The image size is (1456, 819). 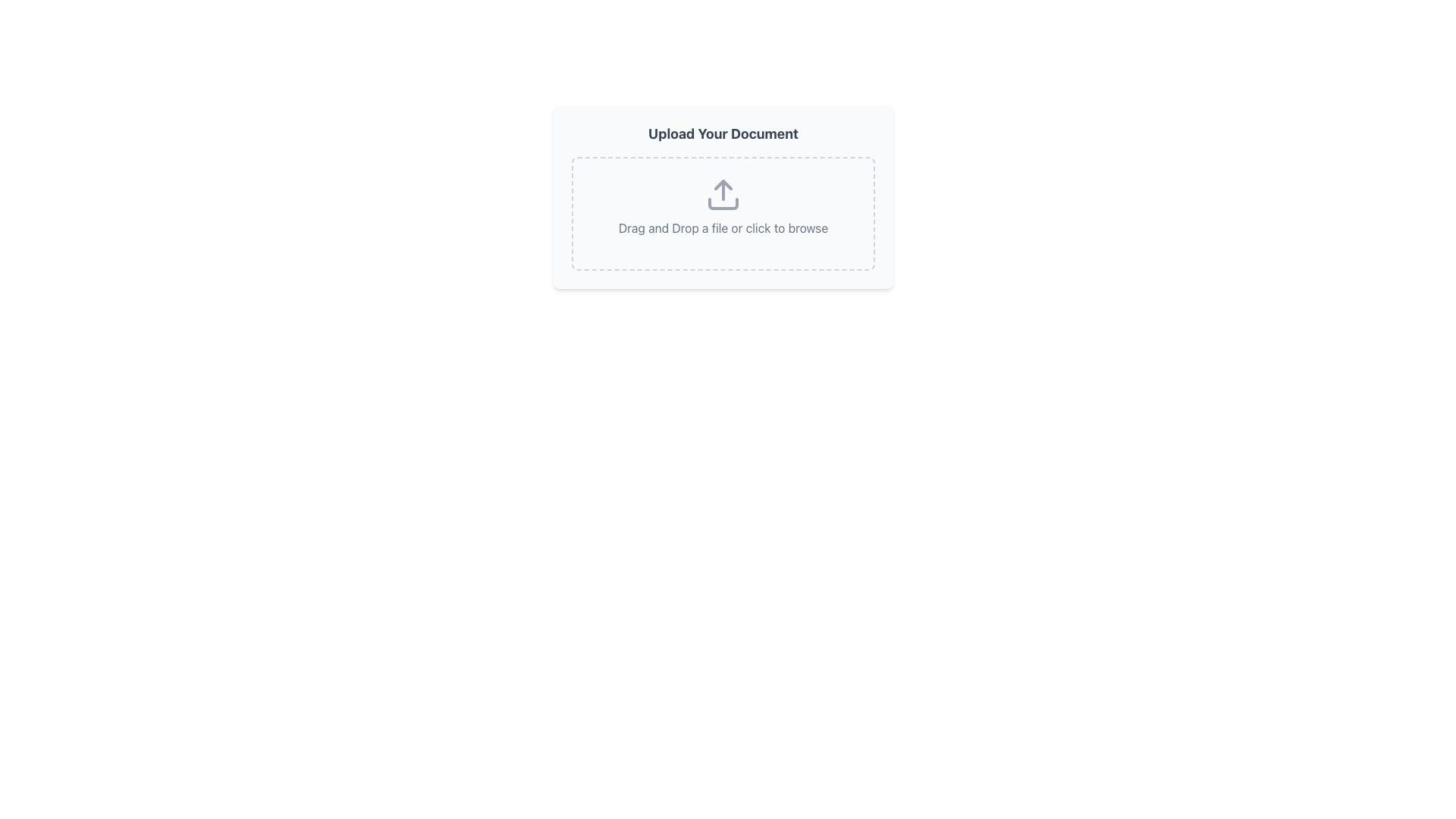 What do you see at coordinates (723, 196) in the screenshot?
I see `and drop a file onto the 'Upload Your Document' file upload widget, which has a light gray background and a dashed border for file upload` at bounding box center [723, 196].